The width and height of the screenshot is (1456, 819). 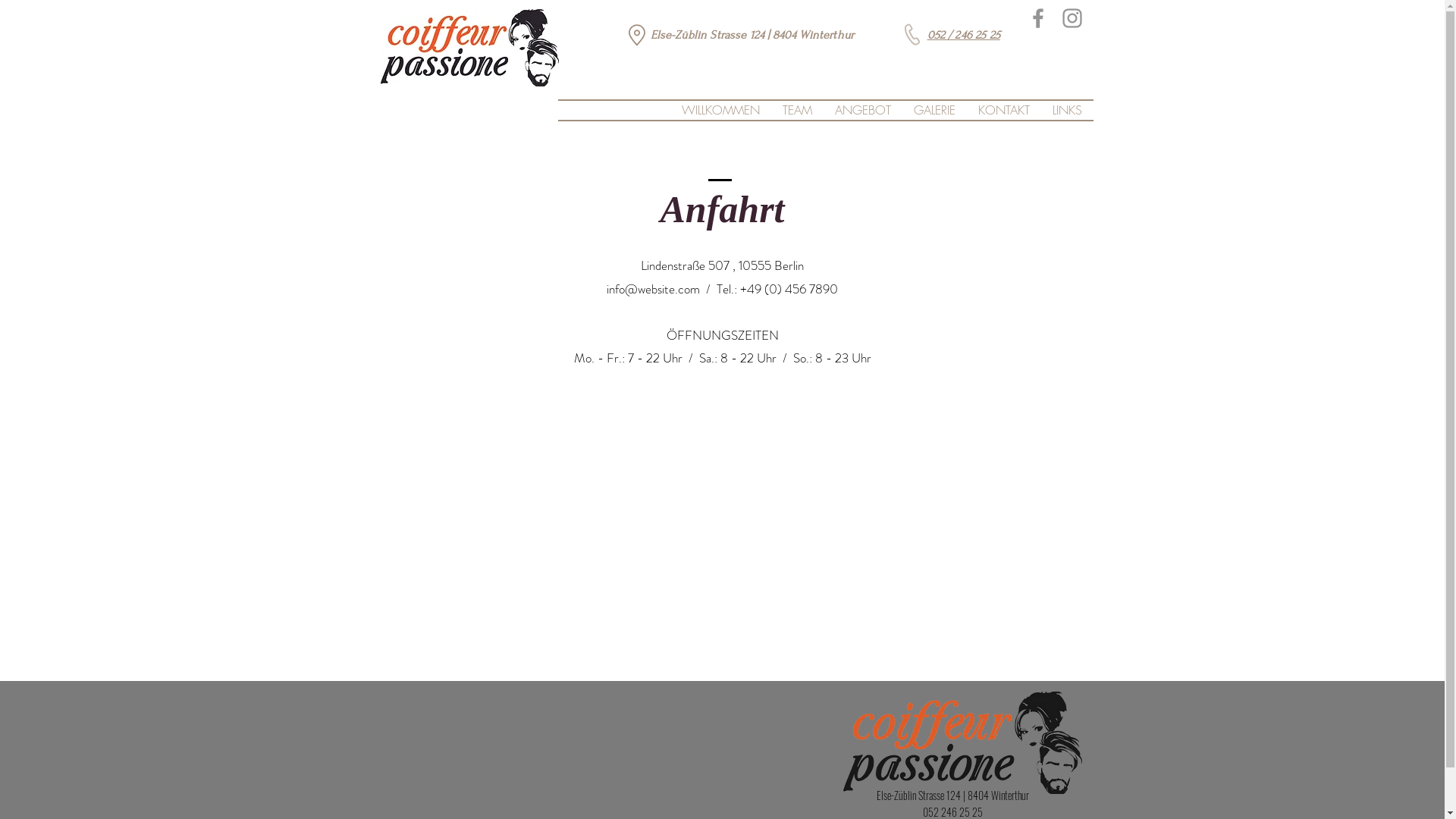 I want to click on 'KONTAKT', so click(x=1003, y=109).